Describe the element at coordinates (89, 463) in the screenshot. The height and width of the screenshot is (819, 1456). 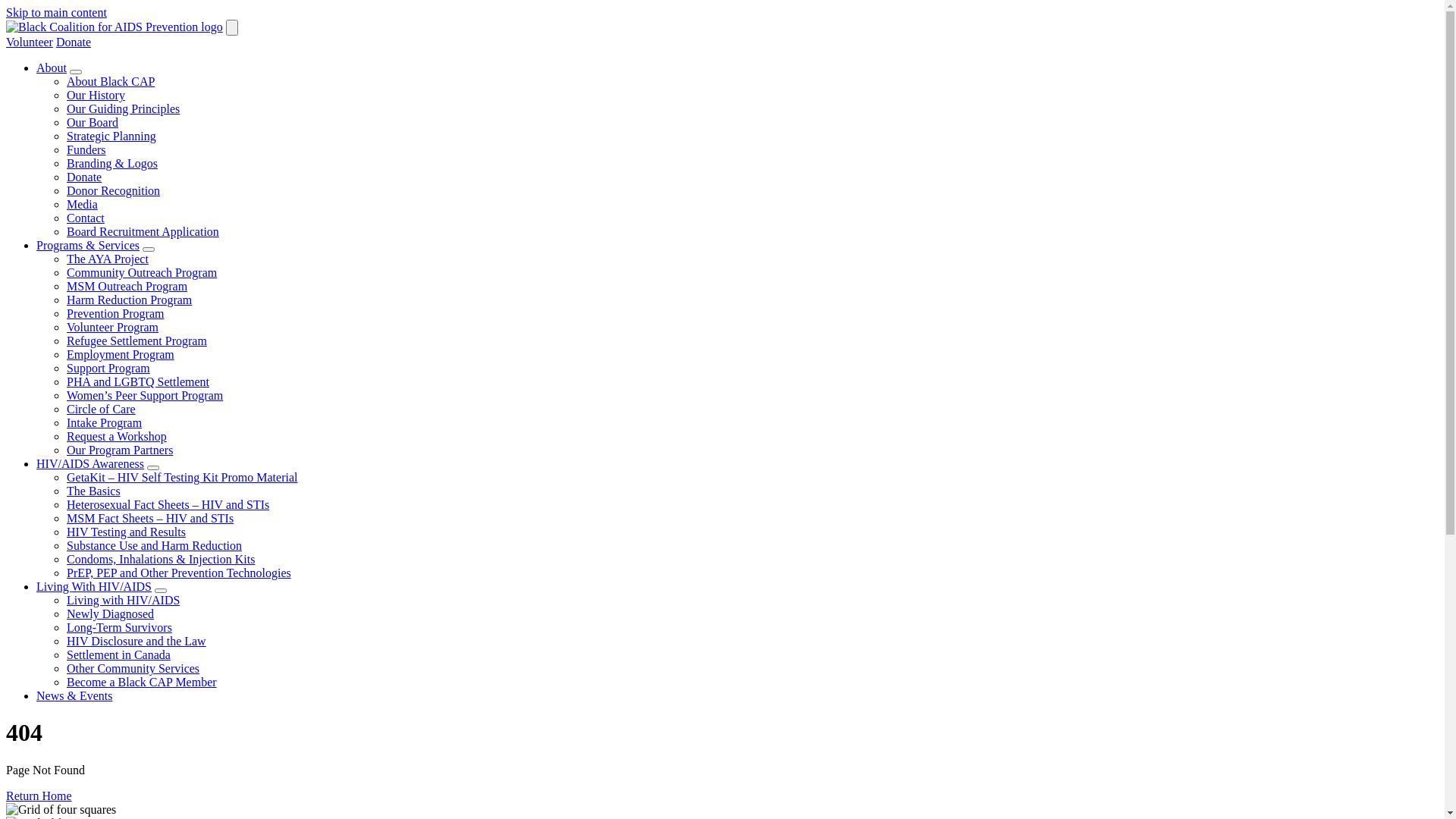
I see `'HIV/AIDS Awareness'` at that location.